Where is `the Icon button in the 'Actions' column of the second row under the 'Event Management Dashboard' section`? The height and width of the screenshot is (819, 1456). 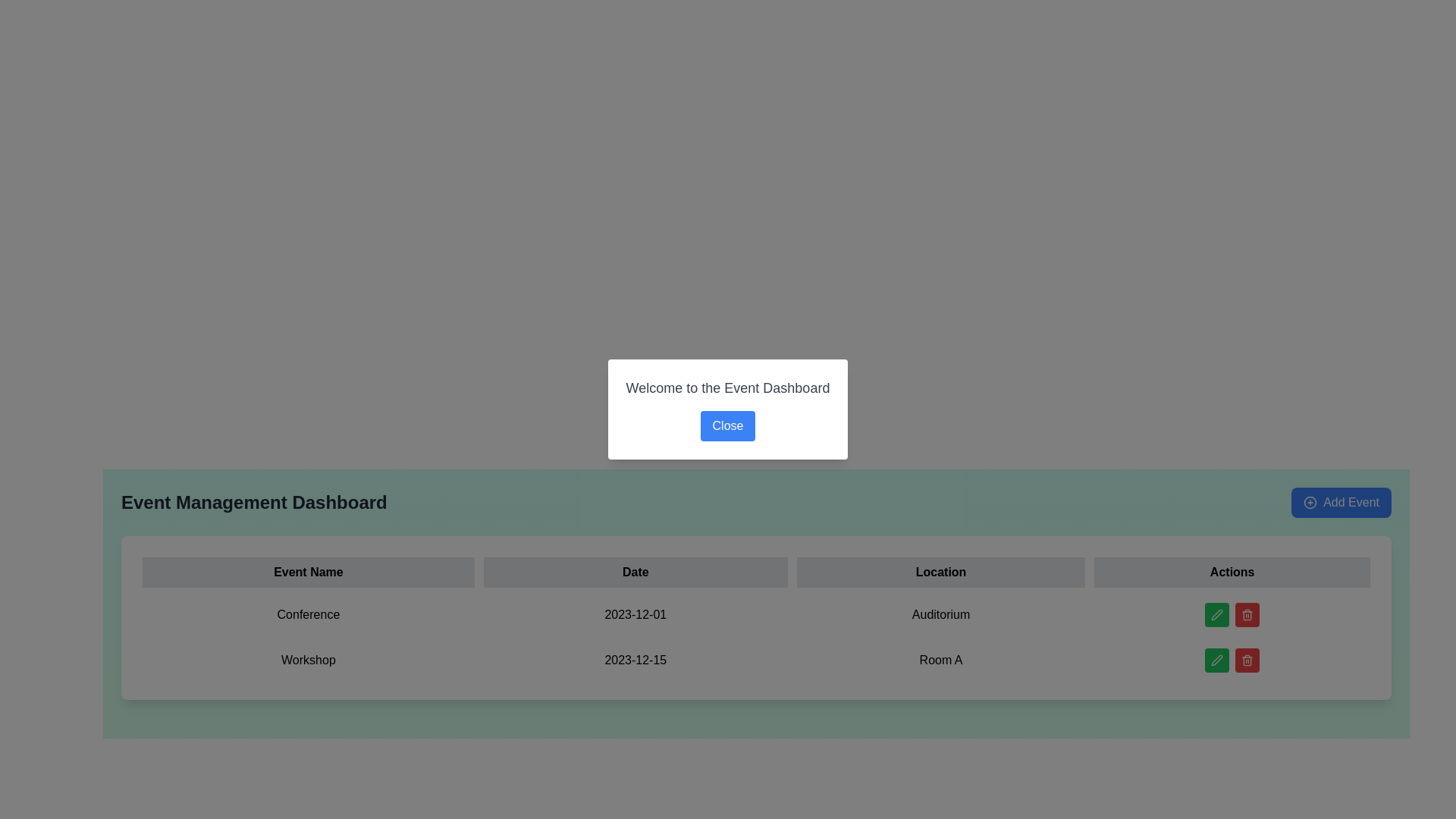 the Icon button in the 'Actions' column of the second row under the 'Event Management Dashboard' section is located at coordinates (1247, 660).